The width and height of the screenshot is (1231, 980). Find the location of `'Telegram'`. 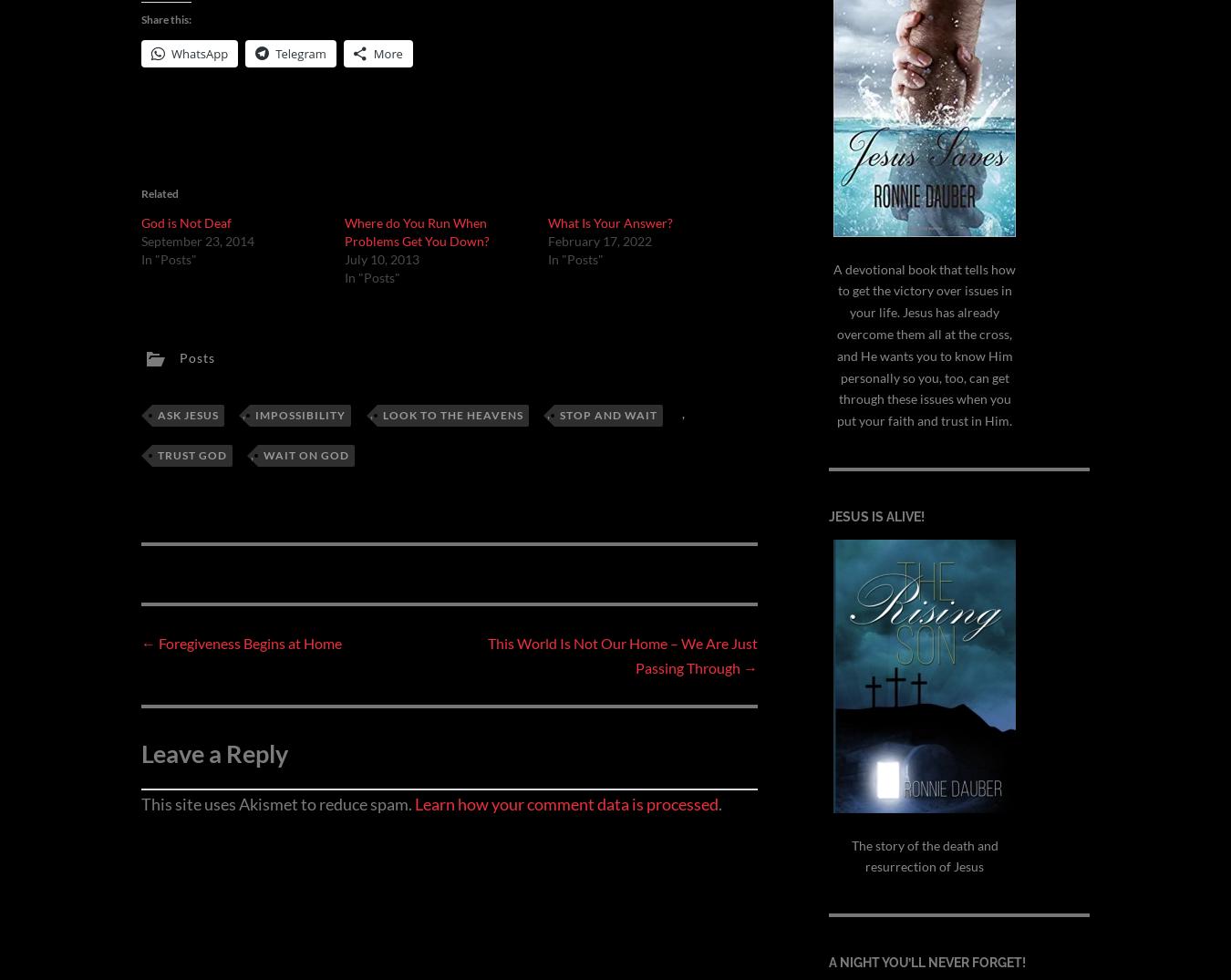

'Telegram' is located at coordinates (299, 53).